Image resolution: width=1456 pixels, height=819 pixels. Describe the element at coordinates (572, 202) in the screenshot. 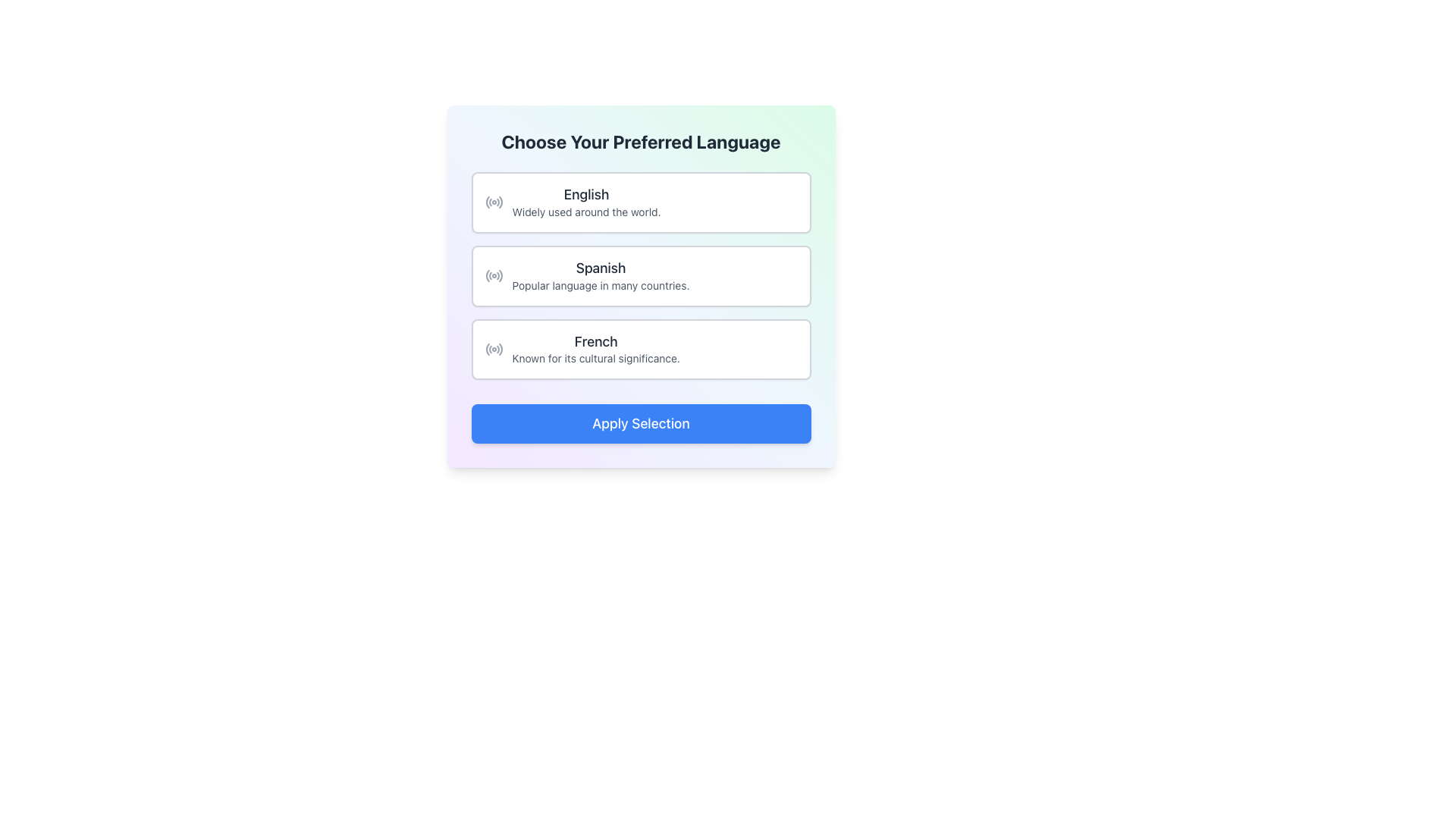

I see `the selectable option for 'English' language at the top of the language options list for keyboard navigation` at that location.